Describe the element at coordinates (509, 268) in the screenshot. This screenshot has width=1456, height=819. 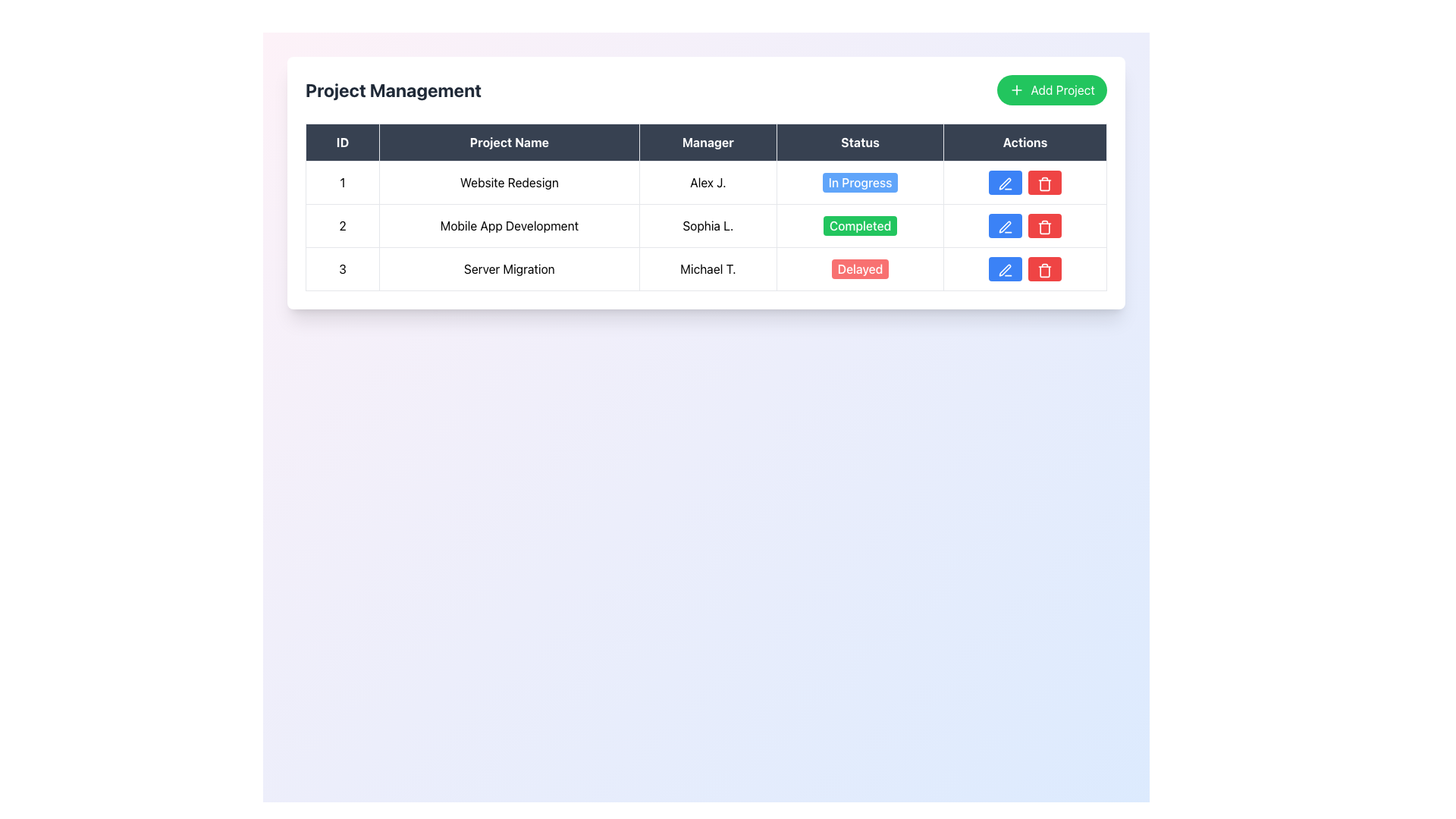
I see `the static text element displaying the project name 'Server Migration' in the 'Project Management' table, specifically located in the second column of the third row` at that location.